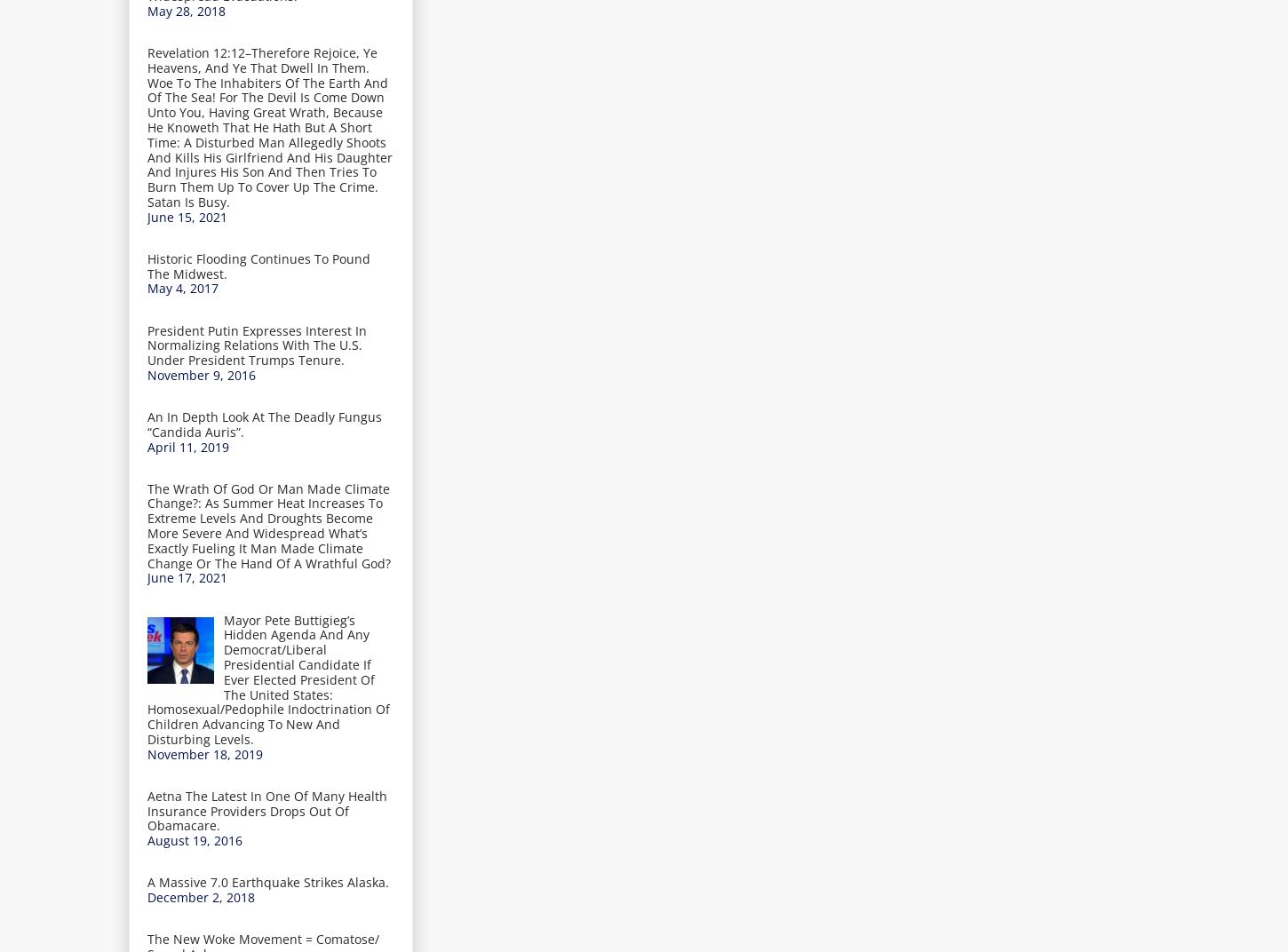  Describe the element at coordinates (200, 897) in the screenshot. I see `'December 2, 2018'` at that location.